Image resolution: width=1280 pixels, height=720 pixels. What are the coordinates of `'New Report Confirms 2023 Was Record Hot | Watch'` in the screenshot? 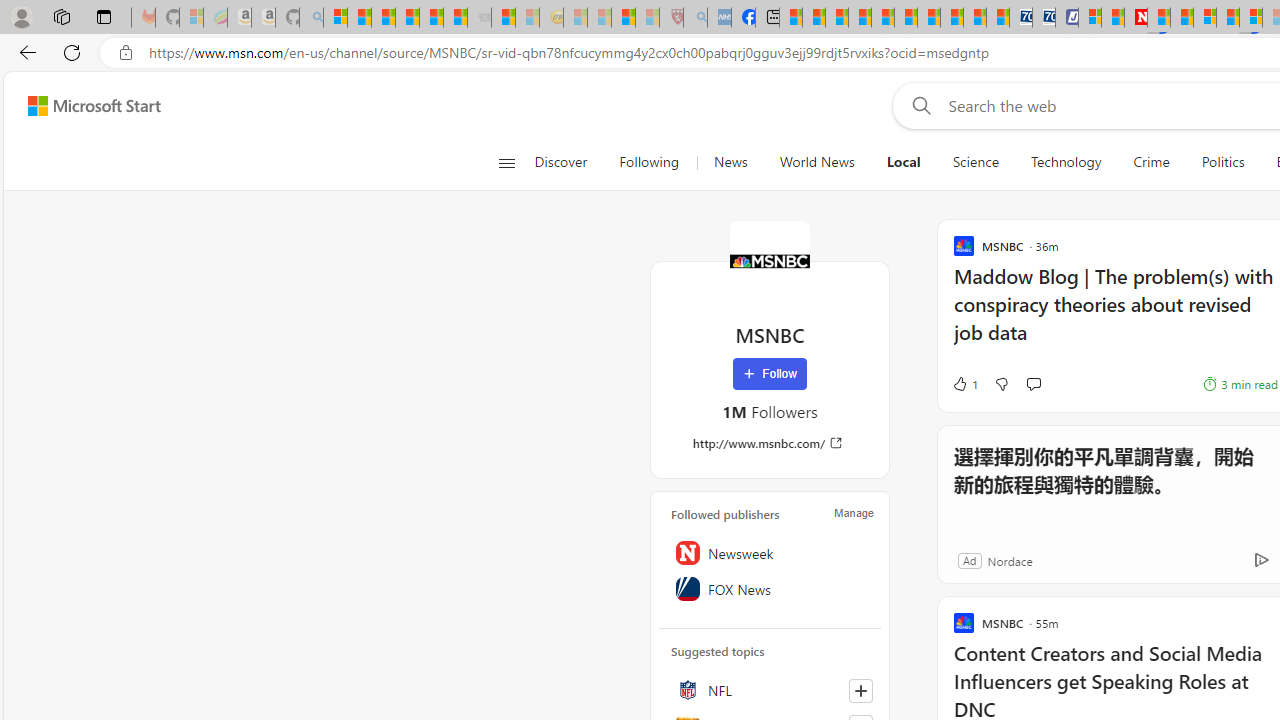 It's located at (430, 17).